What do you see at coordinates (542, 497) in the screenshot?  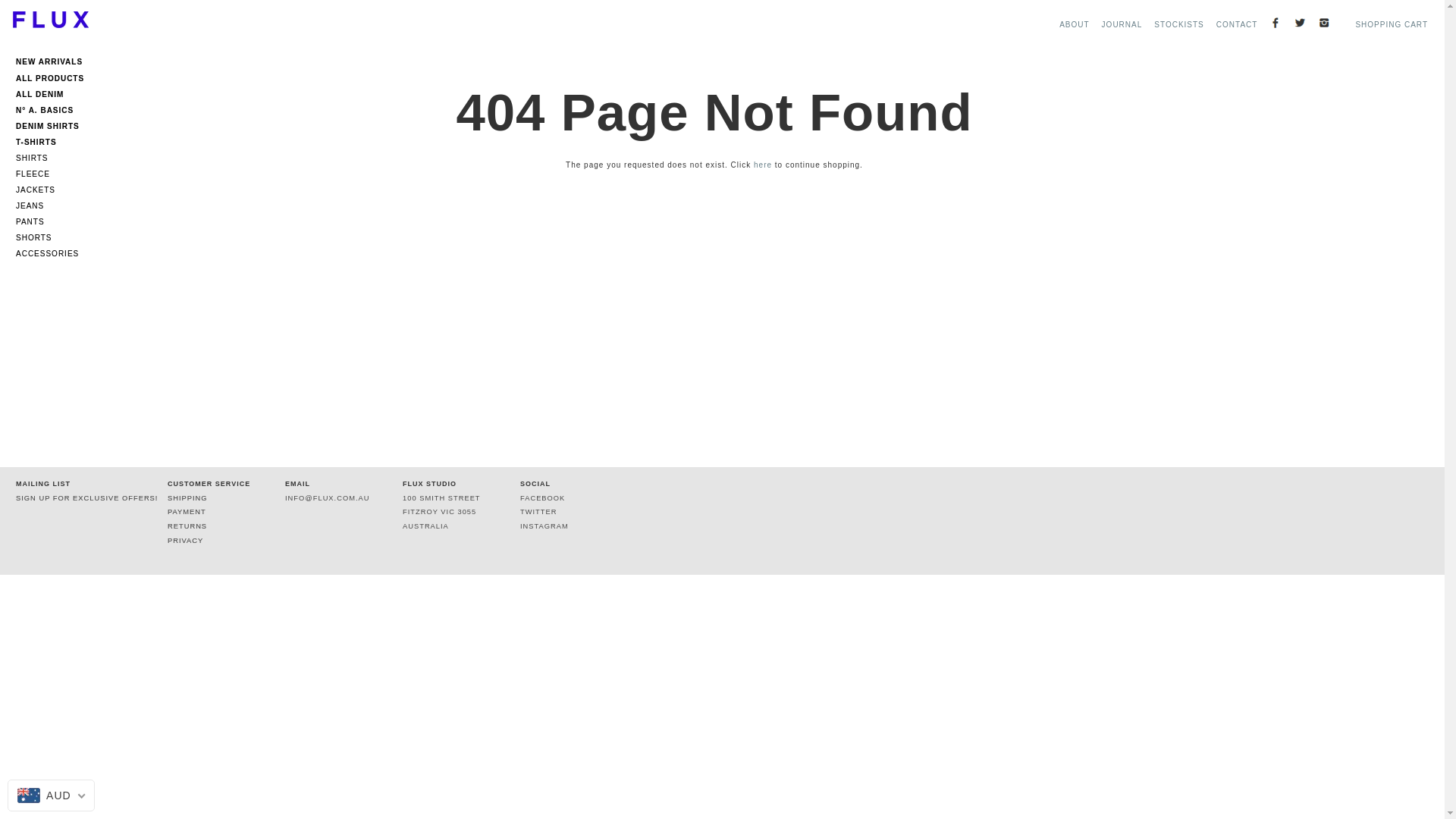 I see `'FACEBOOK'` at bounding box center [542, 497].